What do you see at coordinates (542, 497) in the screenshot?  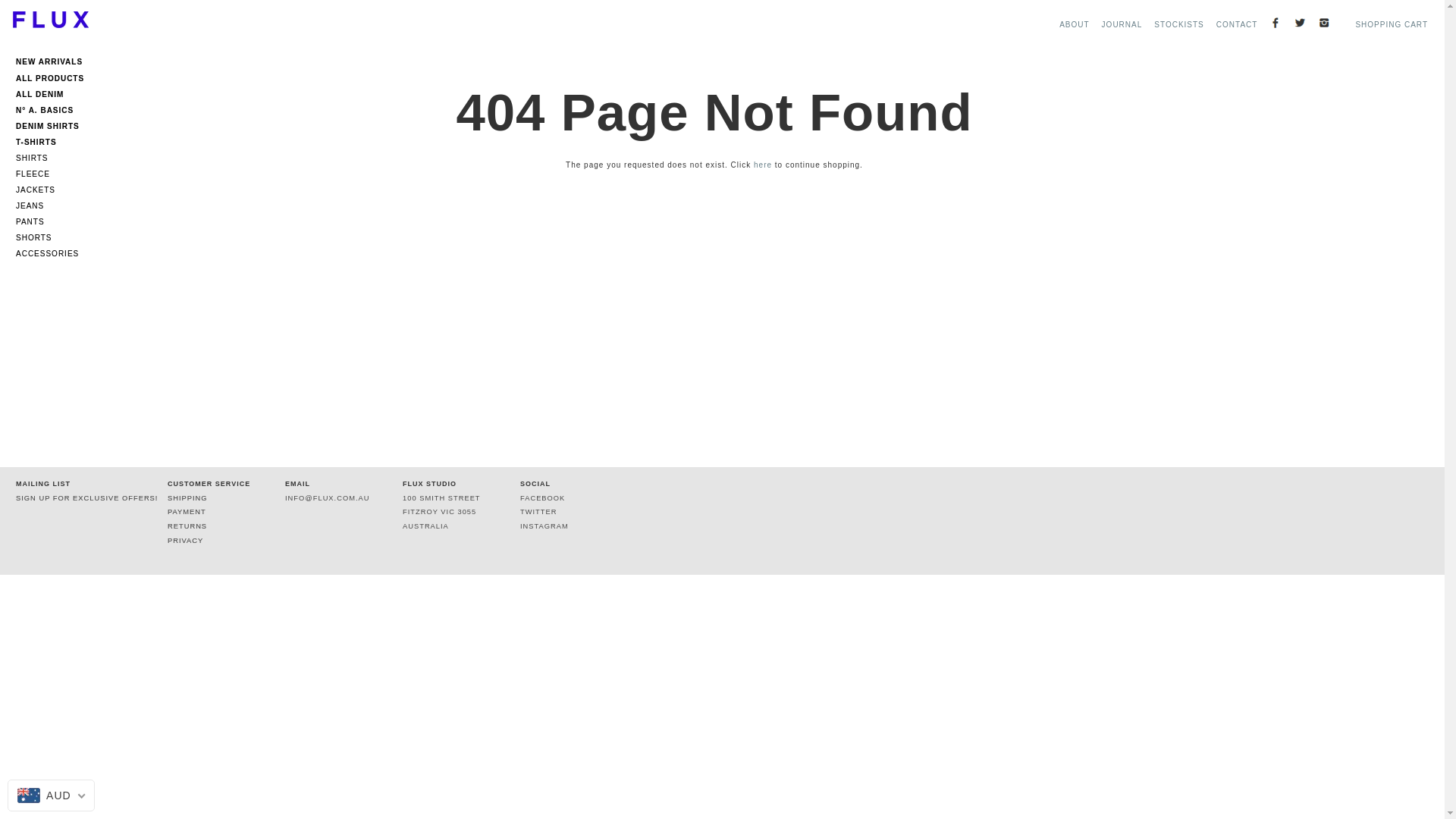 I see `'FACEBOOK'` at bounding box center [542, 497].